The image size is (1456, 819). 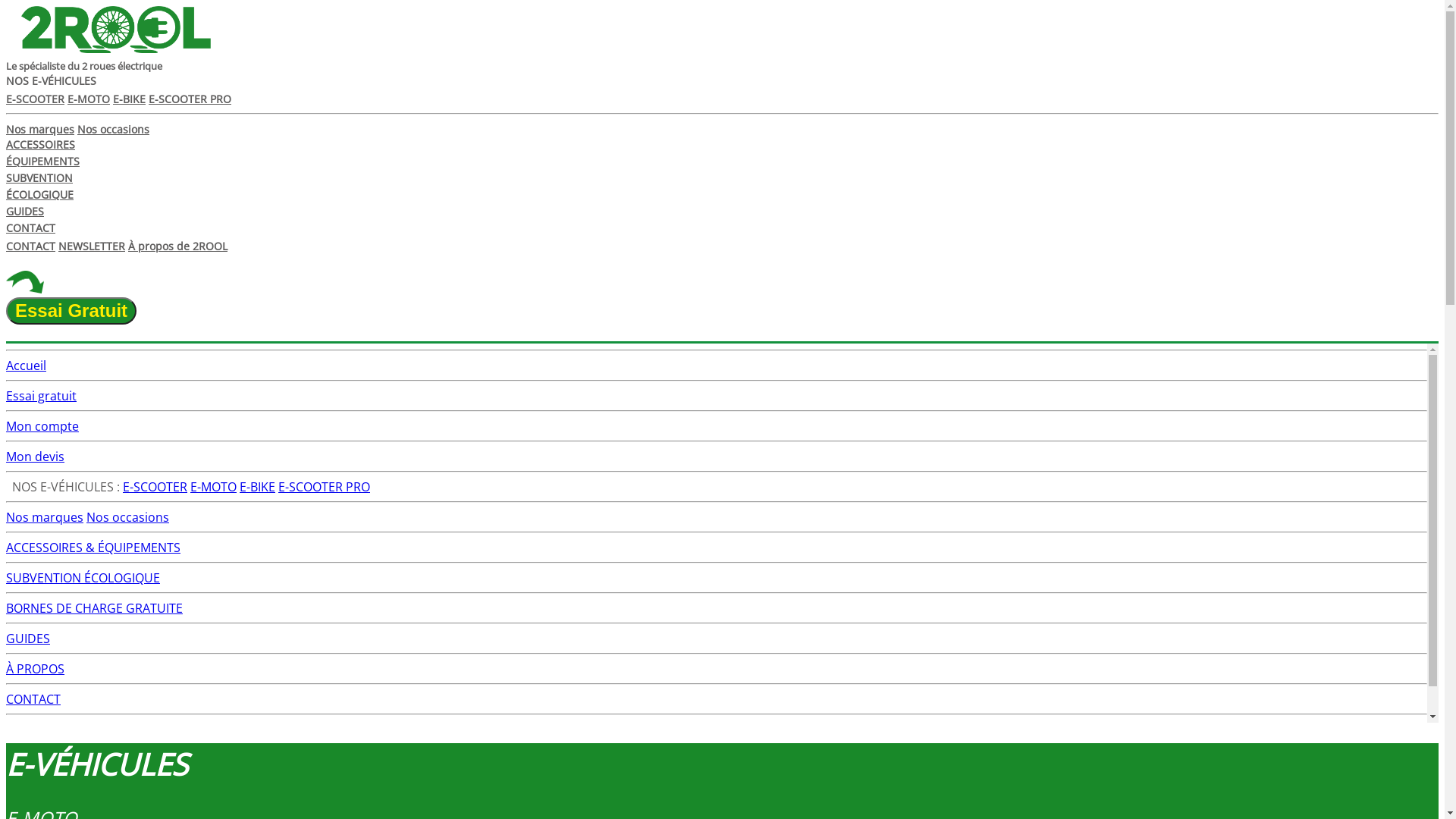 I want to click on 'Nos occasions', so click(x=112, y=128).